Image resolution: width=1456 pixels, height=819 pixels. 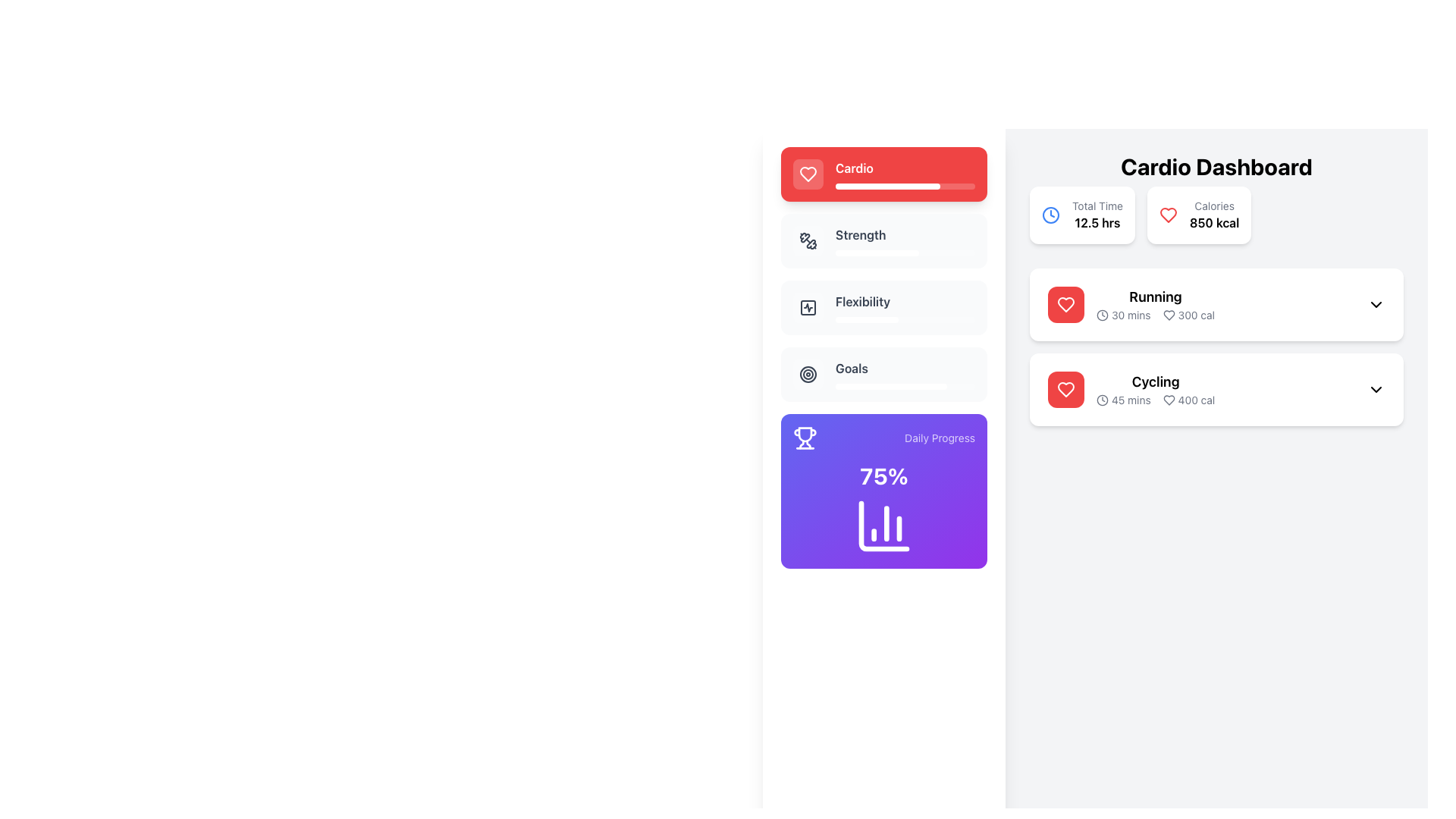 I want to click on the bar chart icon located on the 'Daily Progress' card, which features a gradient background and a trophy icon in the top-left corner, so click(x=884, y=491).